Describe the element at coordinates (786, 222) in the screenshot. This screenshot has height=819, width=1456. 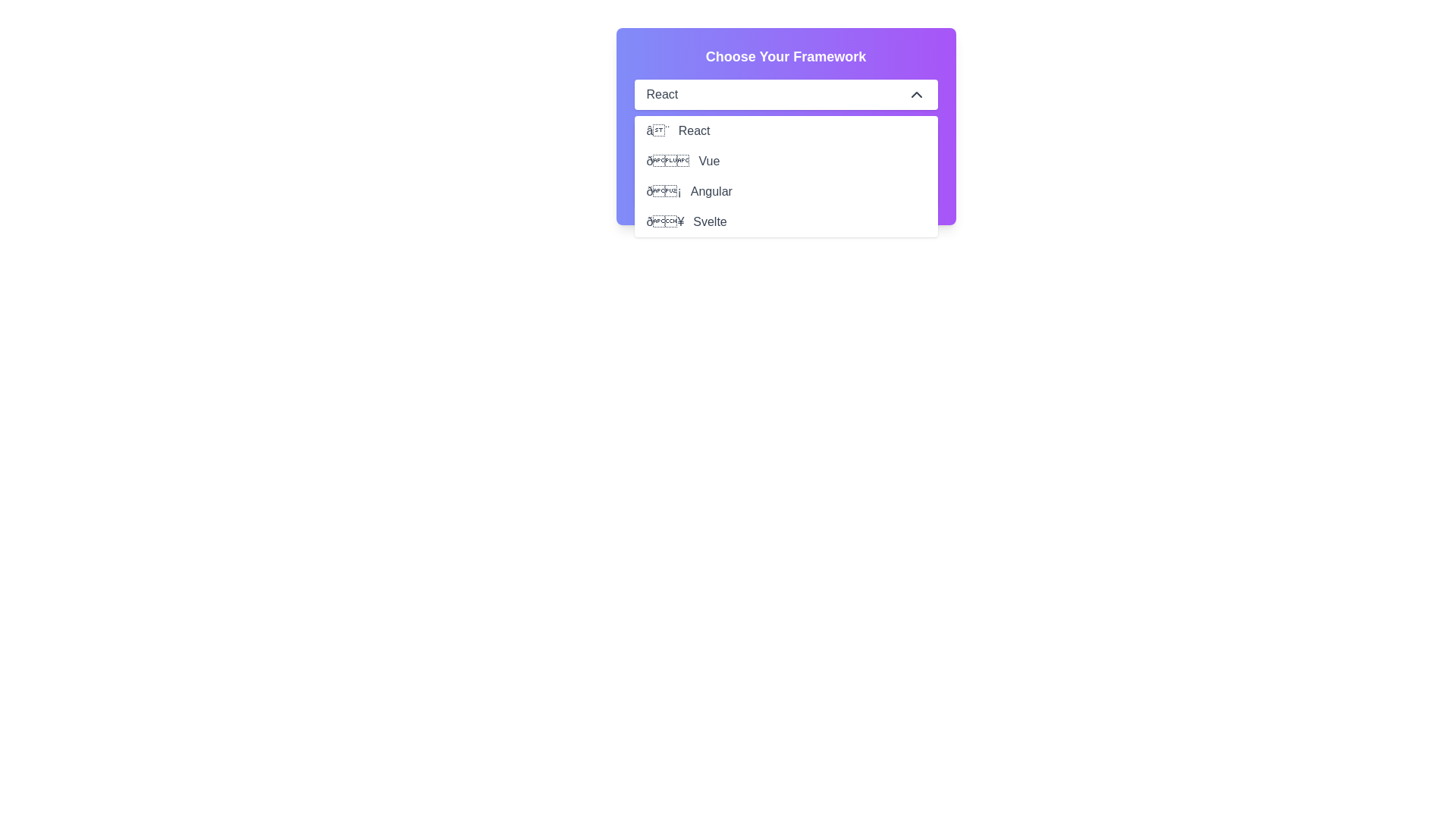
I see `the fourth dropdown menu item labeled 'Svelte' in the 'Choose Your Framework' dropdown` at that location.